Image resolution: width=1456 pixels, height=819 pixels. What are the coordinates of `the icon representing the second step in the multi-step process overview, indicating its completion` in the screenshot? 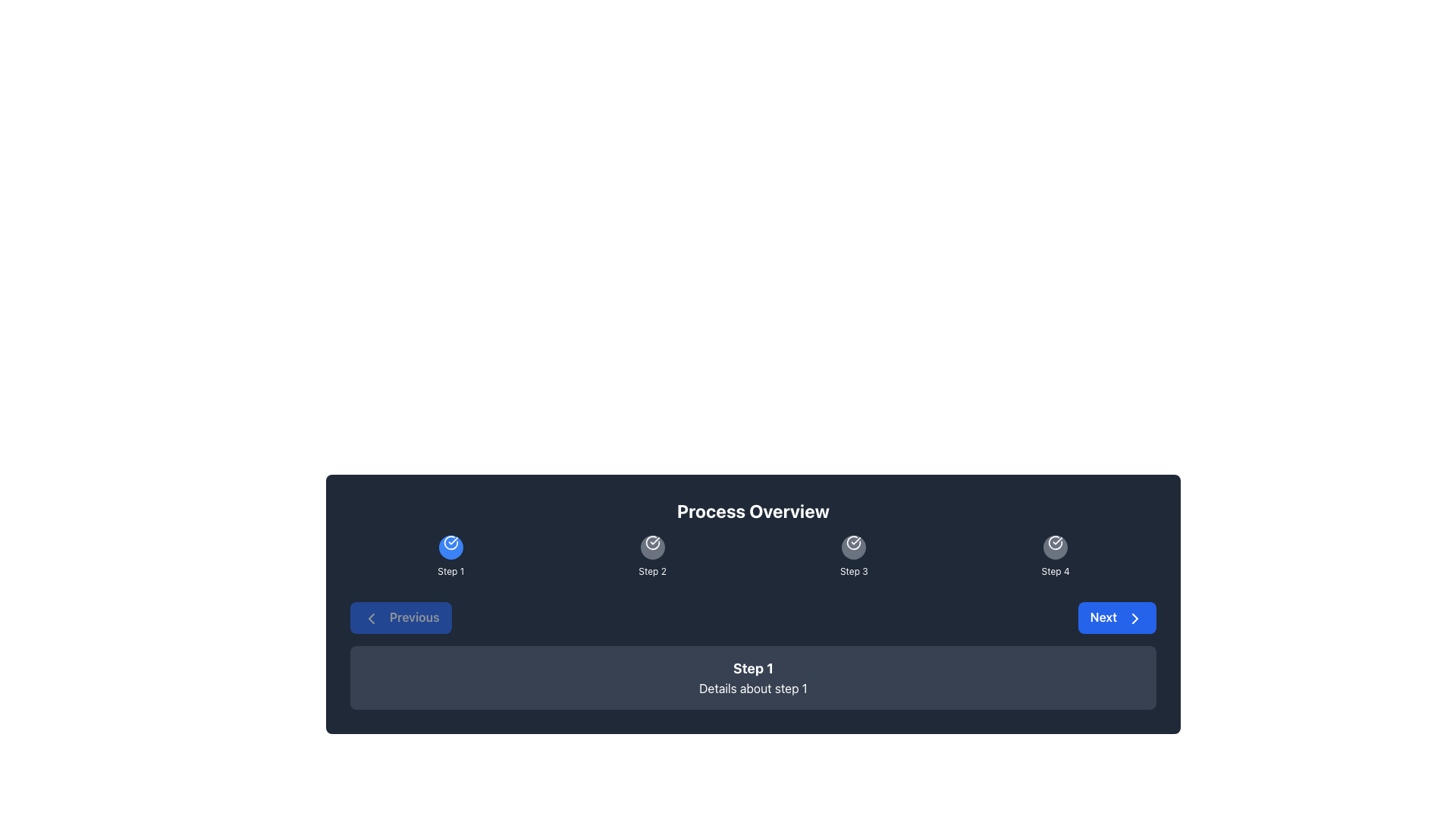 It's located at (652, 556).